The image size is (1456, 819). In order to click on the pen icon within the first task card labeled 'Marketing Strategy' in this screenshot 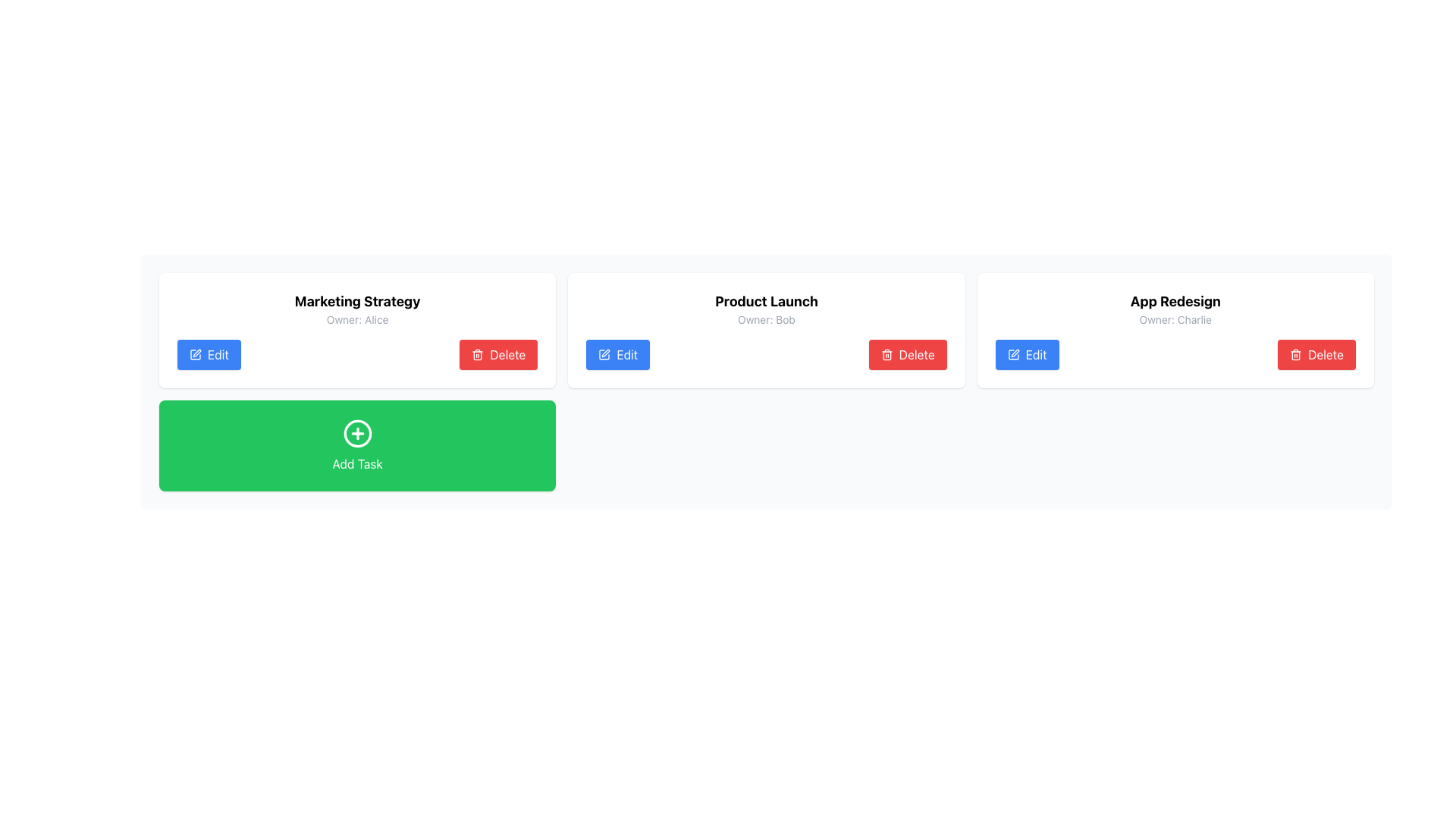, I will do `click(196, 353)`.